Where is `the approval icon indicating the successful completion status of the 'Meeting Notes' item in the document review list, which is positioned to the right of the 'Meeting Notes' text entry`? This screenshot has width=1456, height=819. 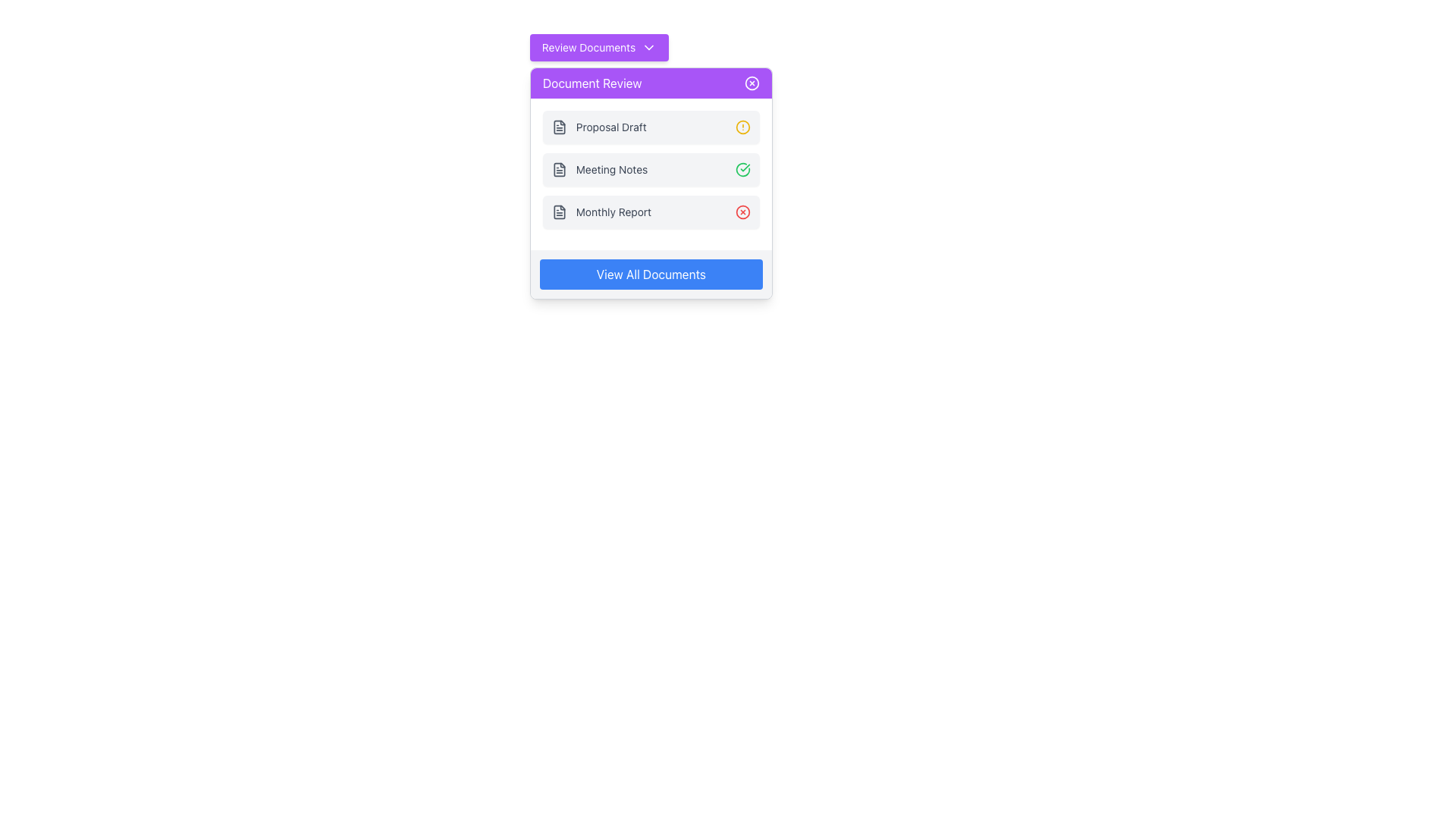 the approval icon indicating the successful completion status of the 'Meeting Notes' item in the document review list, which is positioned to the right of the 'Meeting Notes' text entry is located at coordinates (742, 169).